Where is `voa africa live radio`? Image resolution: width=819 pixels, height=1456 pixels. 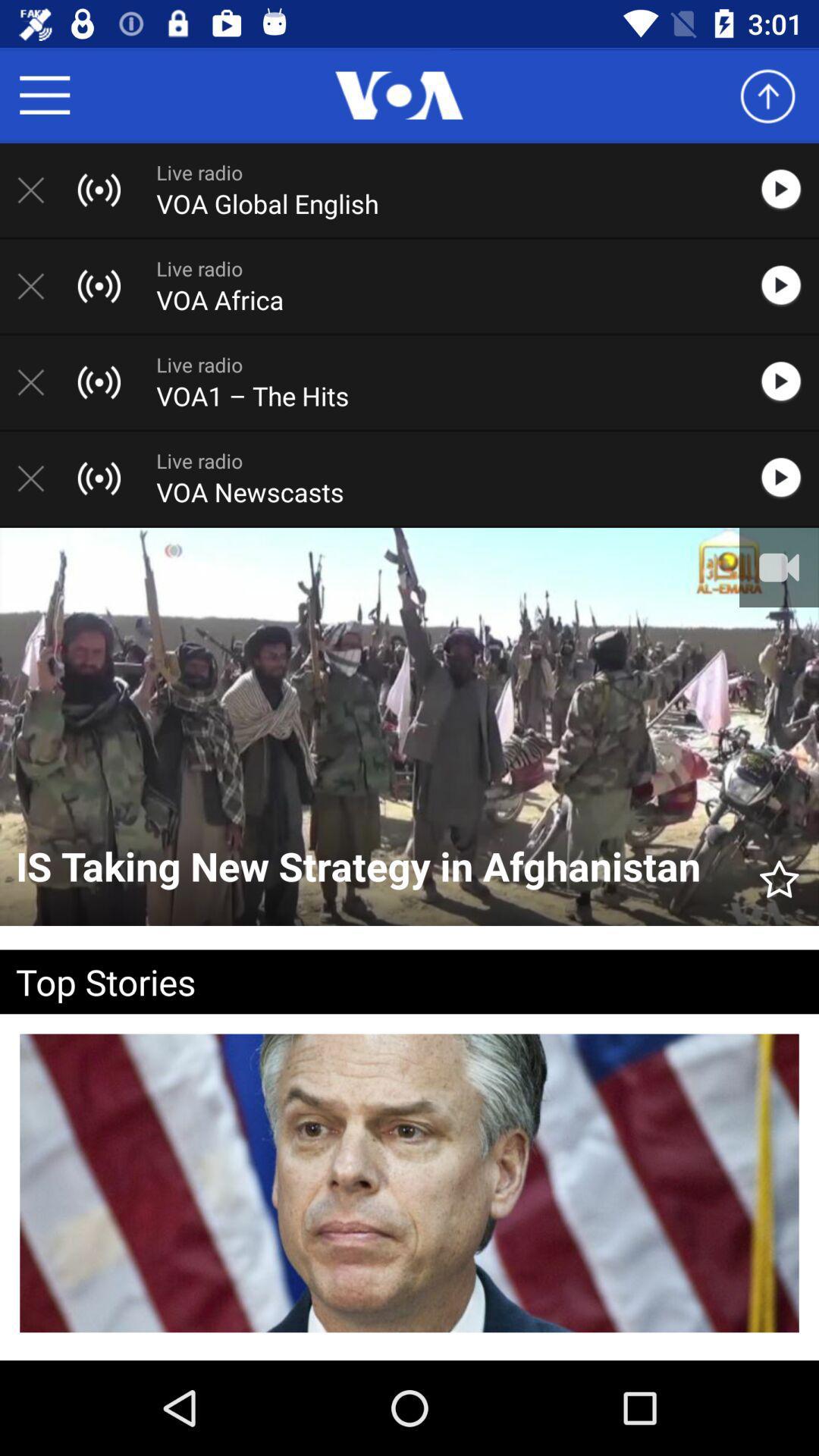 voa africa live radio is located at coordinates (788, 286).